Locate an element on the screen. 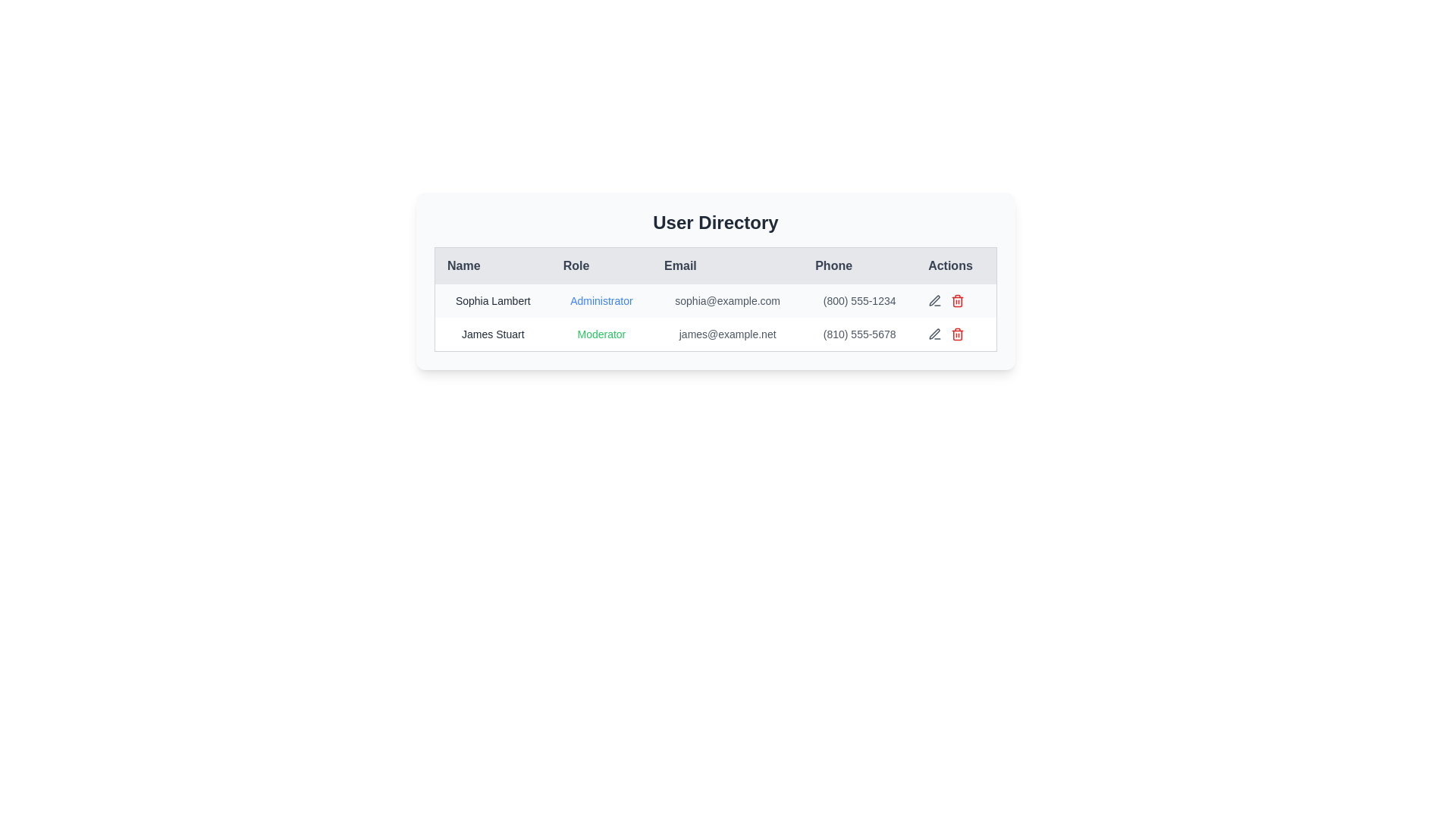 The height and width of the screenshot is (819, 1456). the edit icon in the 'Actions' column for the row corresponding to 'Sophia Lambert' is located at coordinates (934, 333).